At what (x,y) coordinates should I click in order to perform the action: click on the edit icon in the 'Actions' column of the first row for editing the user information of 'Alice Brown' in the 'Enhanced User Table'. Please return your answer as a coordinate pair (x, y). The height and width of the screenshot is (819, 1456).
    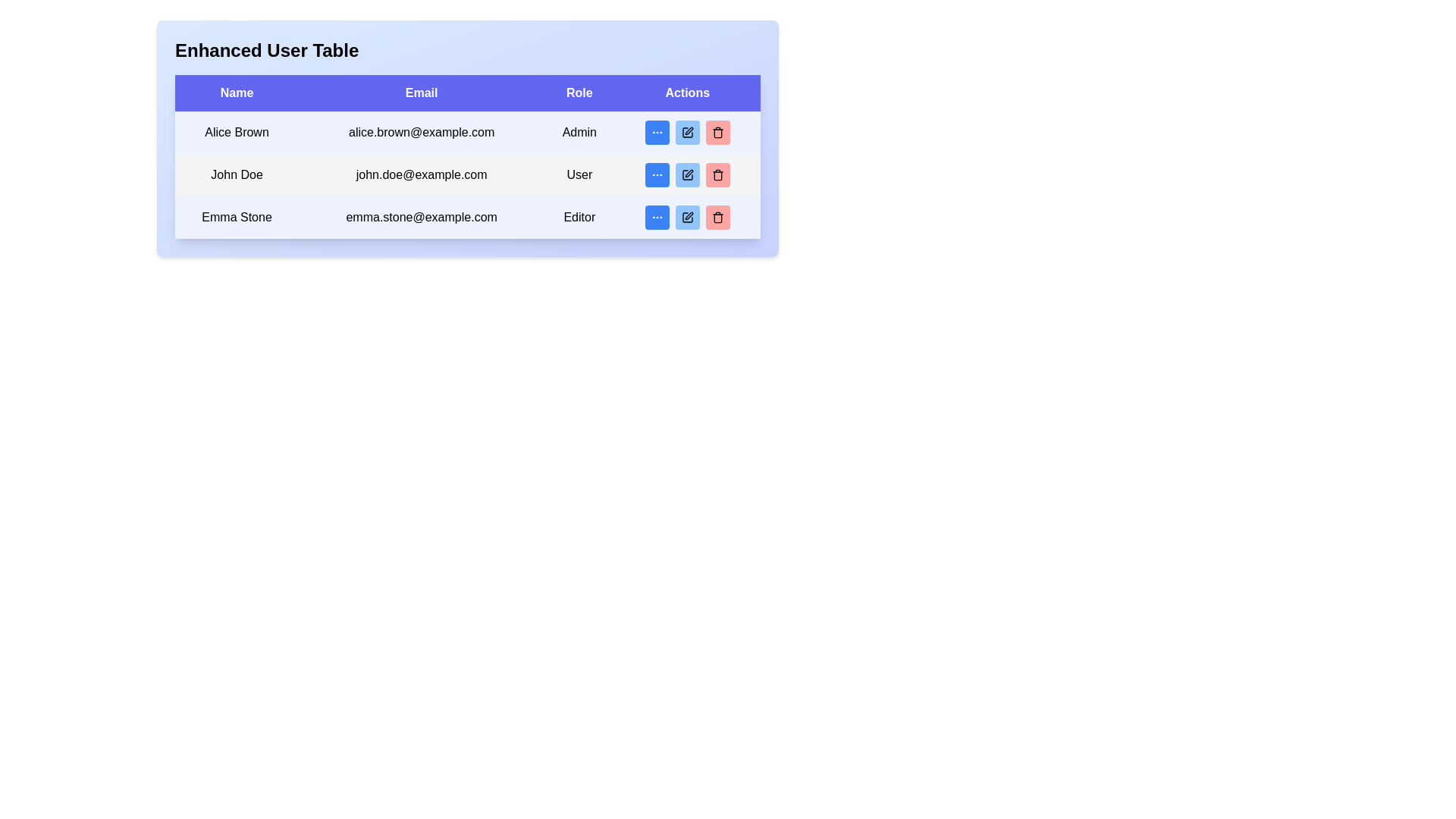
    Looking at the image, I should click on (688, 130).